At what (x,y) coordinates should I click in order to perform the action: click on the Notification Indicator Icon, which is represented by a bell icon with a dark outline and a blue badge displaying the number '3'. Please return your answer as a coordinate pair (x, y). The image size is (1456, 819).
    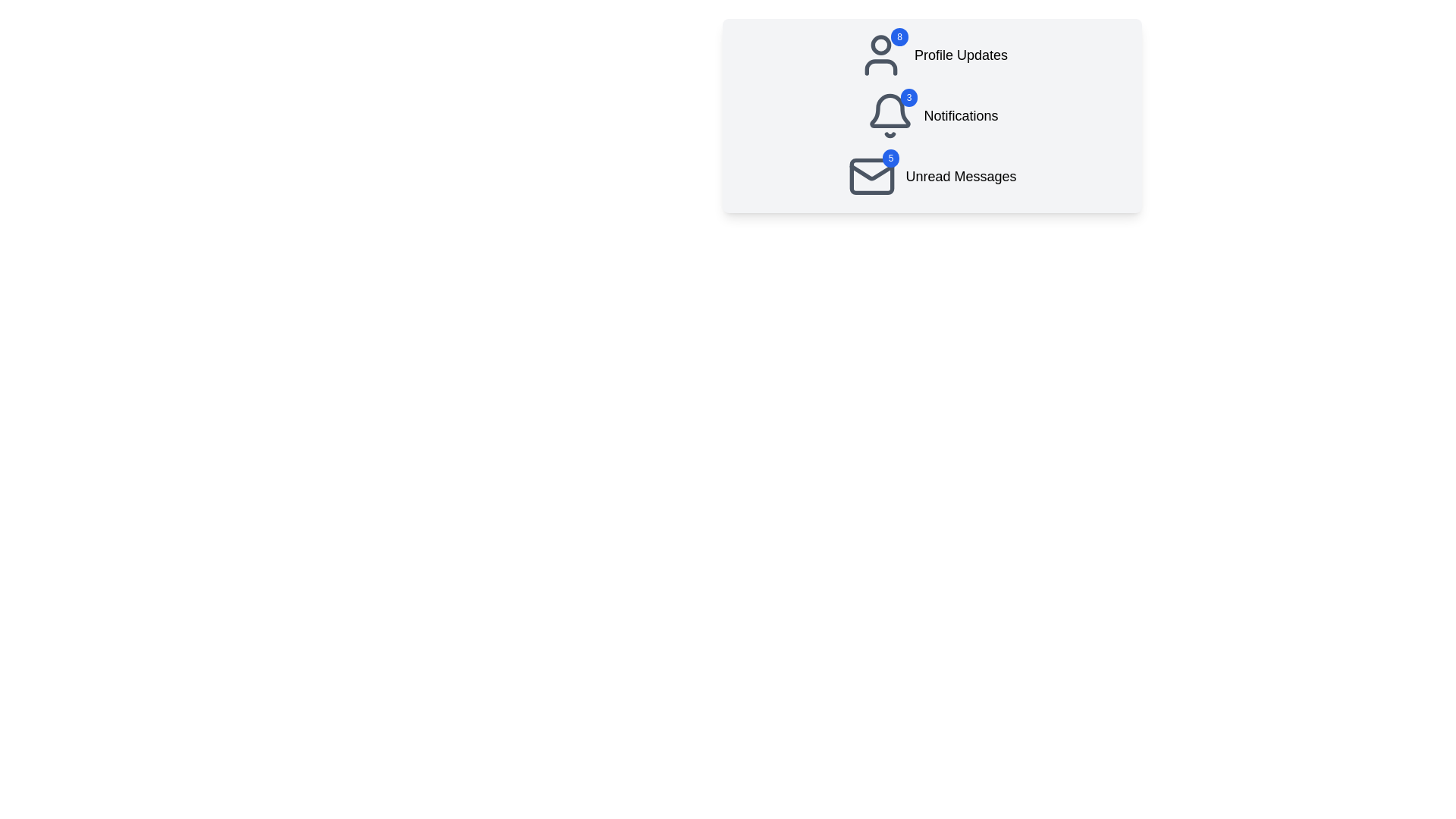
    Looking at the image, I should click on (890, 115).